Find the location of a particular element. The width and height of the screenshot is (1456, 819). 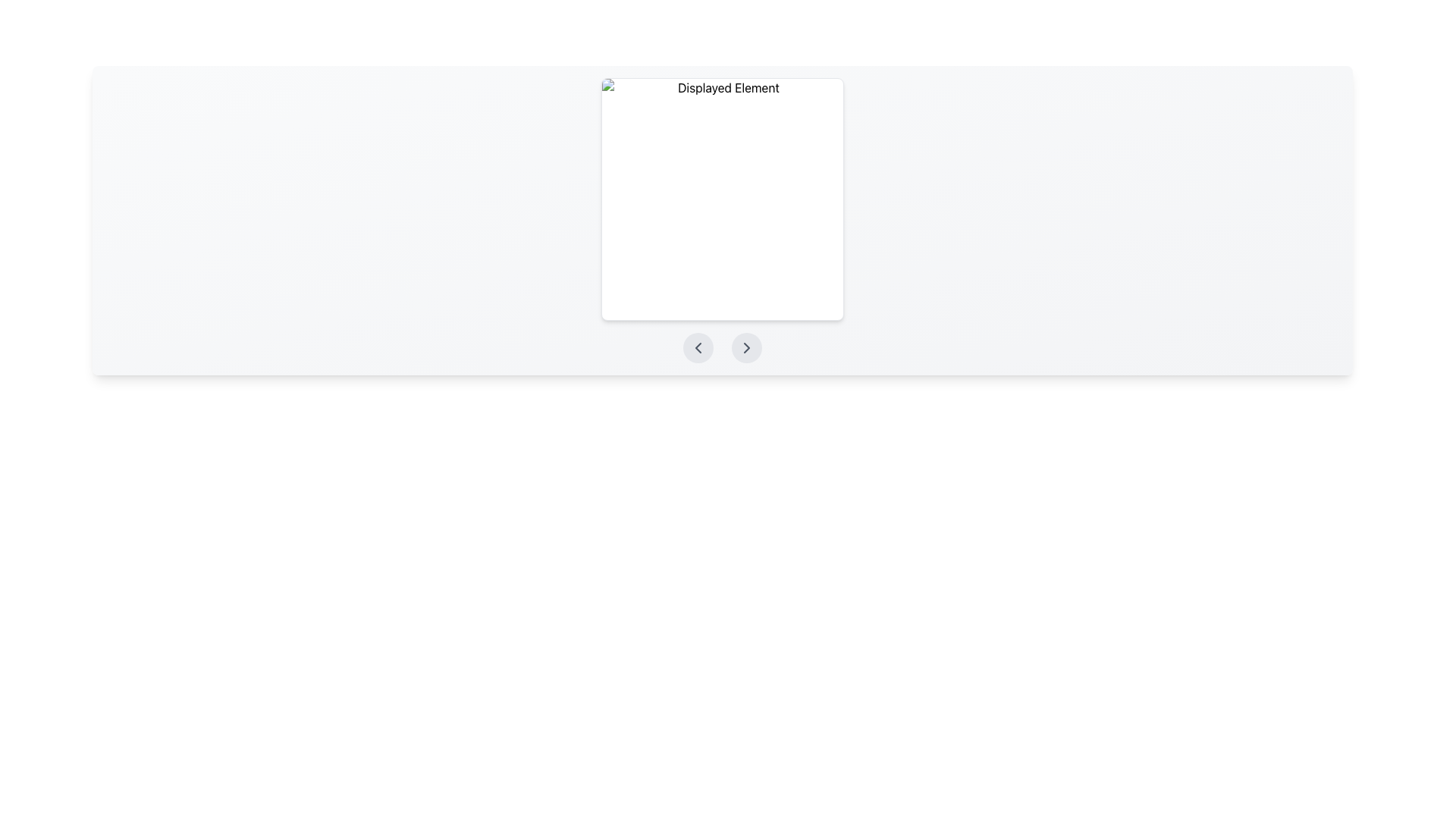

the navigation control buttons of the Control group located below the displayed image is located at coordinates (722, 348).